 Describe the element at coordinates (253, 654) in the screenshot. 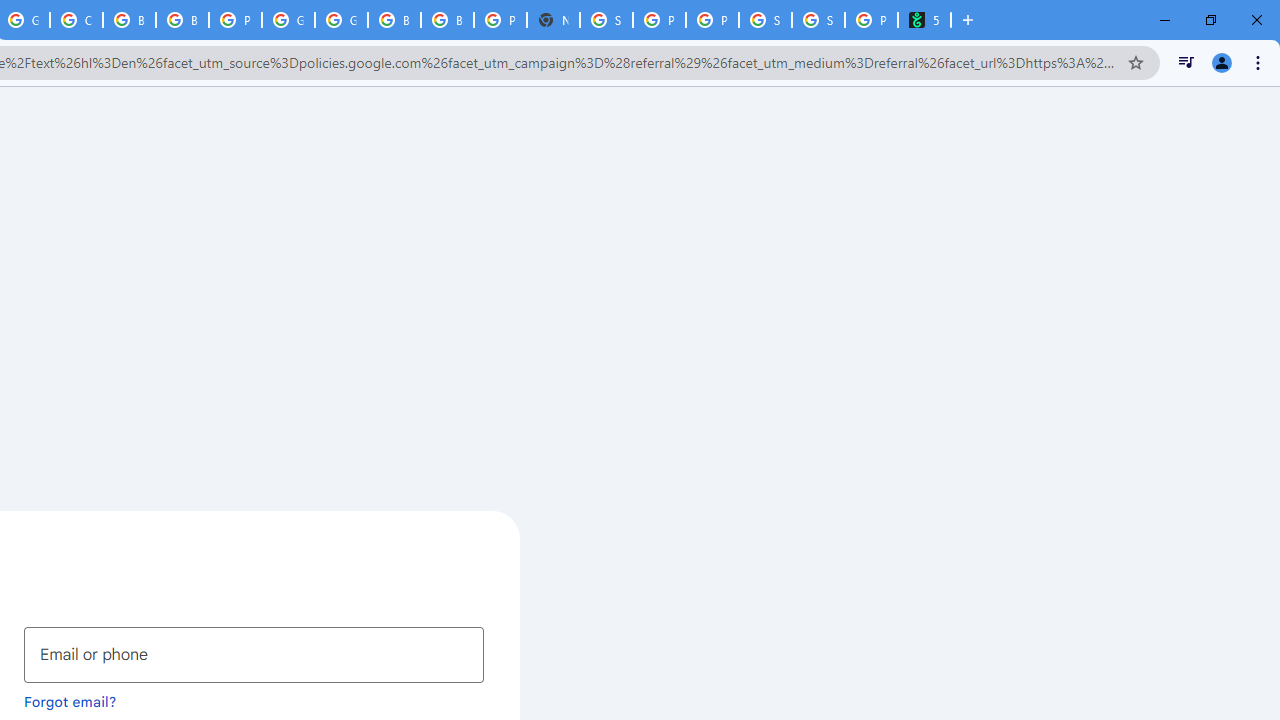

I see `'Email or phone'` at that location.